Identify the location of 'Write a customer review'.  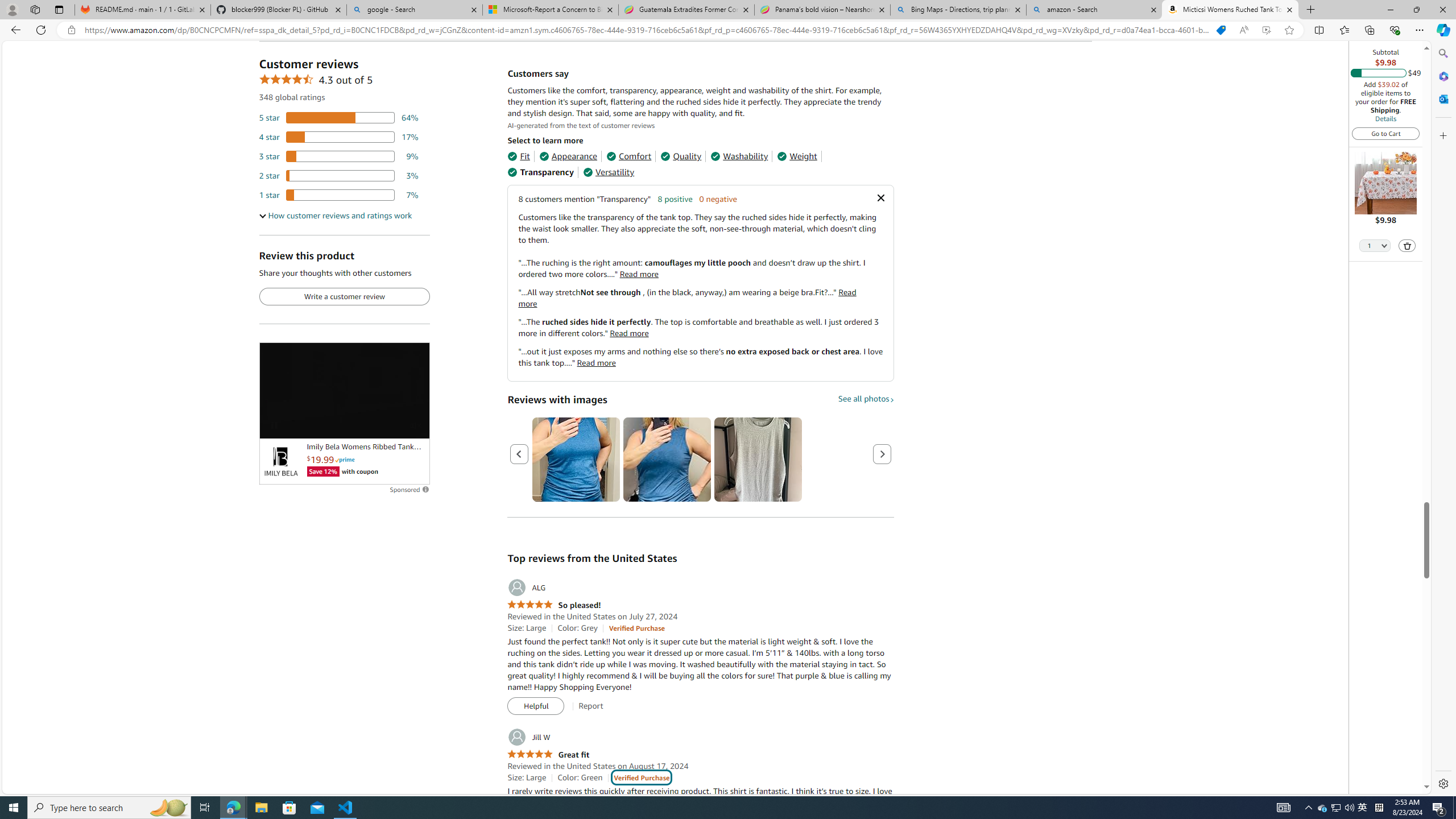
(344, 296).